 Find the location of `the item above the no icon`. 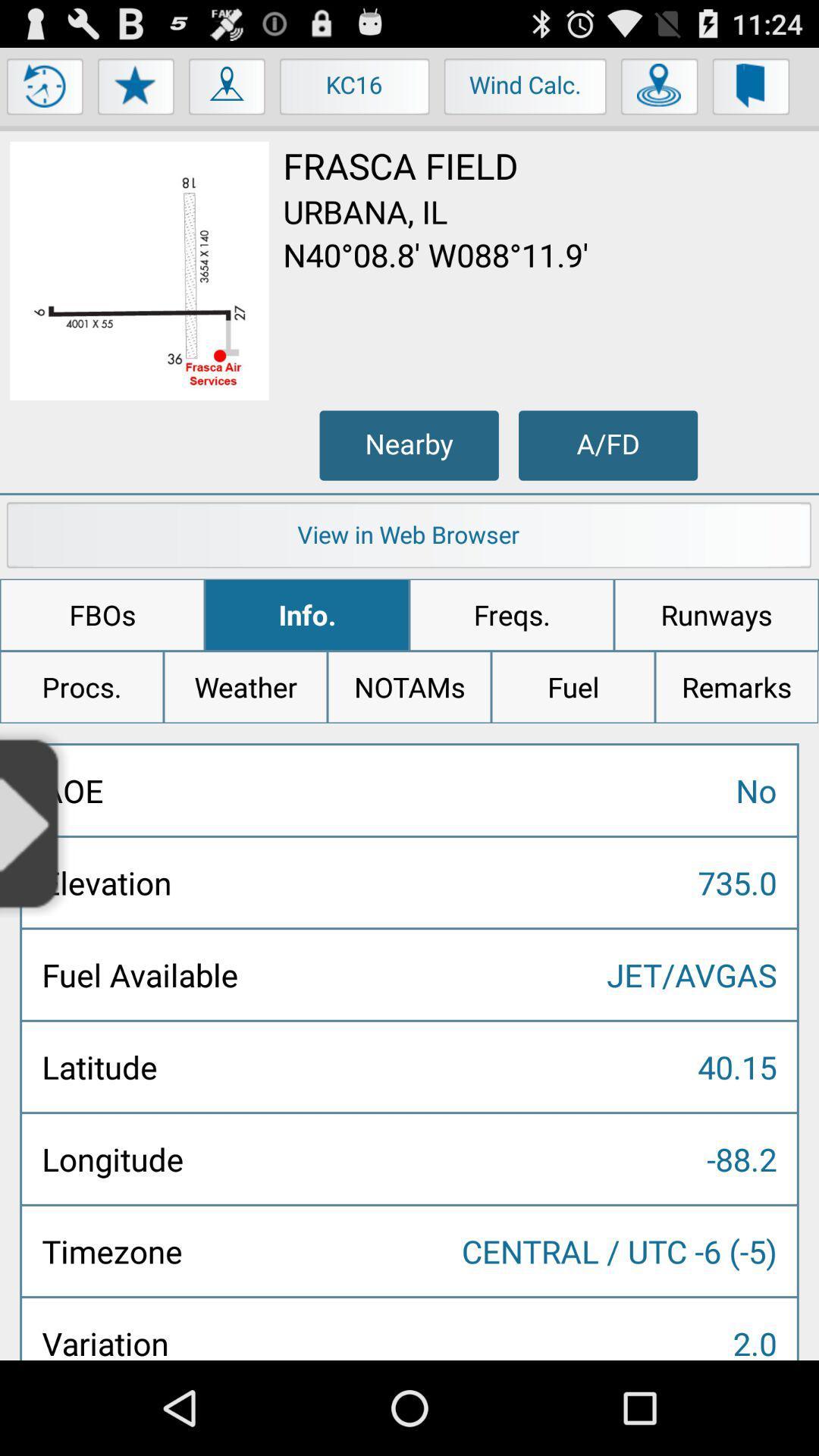

the item above the no icon is located at coordinates (409, 686).